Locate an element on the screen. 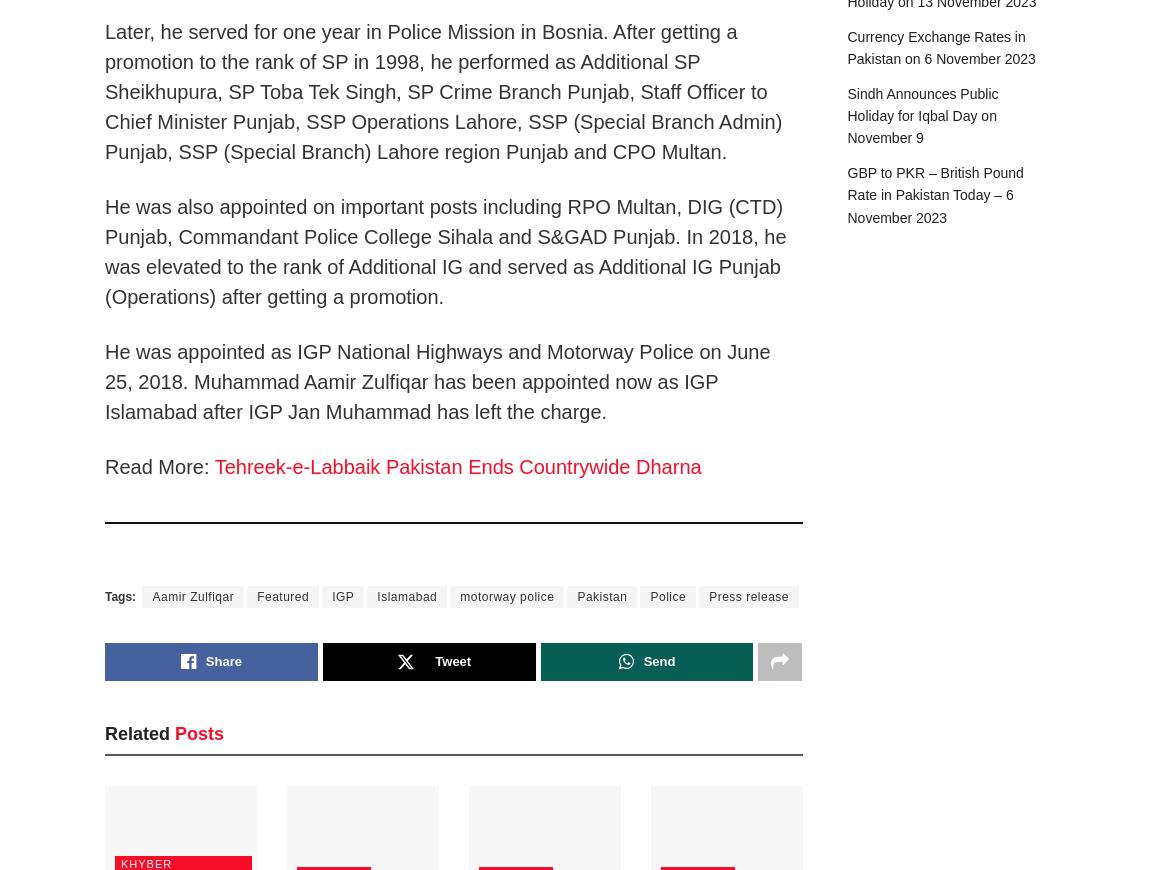 The width and height of the screenshot is (1150, 870). 'Pakistan' is located at coordinates (601, 595).